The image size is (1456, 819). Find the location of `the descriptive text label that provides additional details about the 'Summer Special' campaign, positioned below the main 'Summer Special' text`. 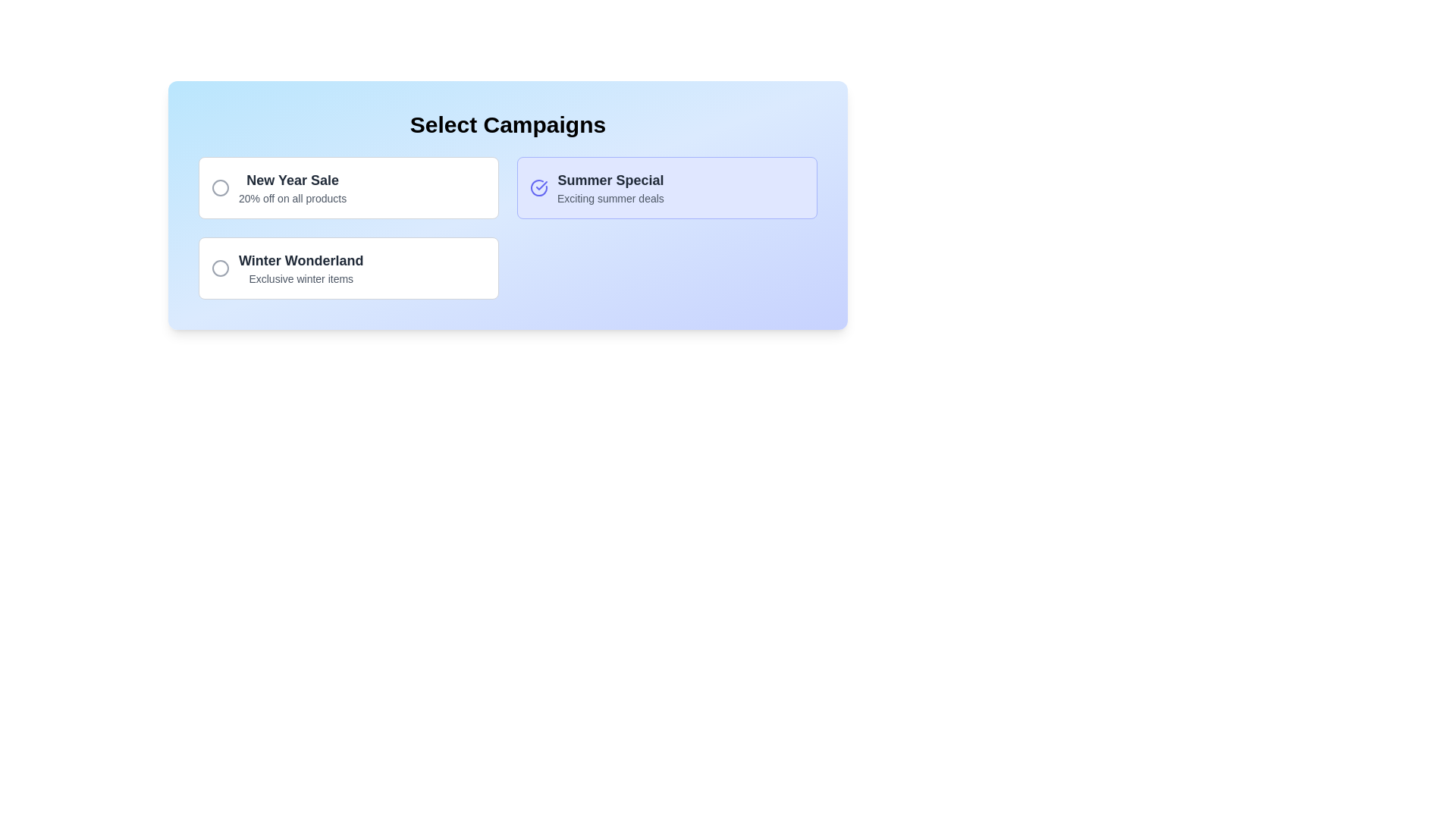

the descriptive text label that provides additional details about the 'Summer Special' campaign, positioned below the main 'Summer Special' text is located at coordinates (610, 198).